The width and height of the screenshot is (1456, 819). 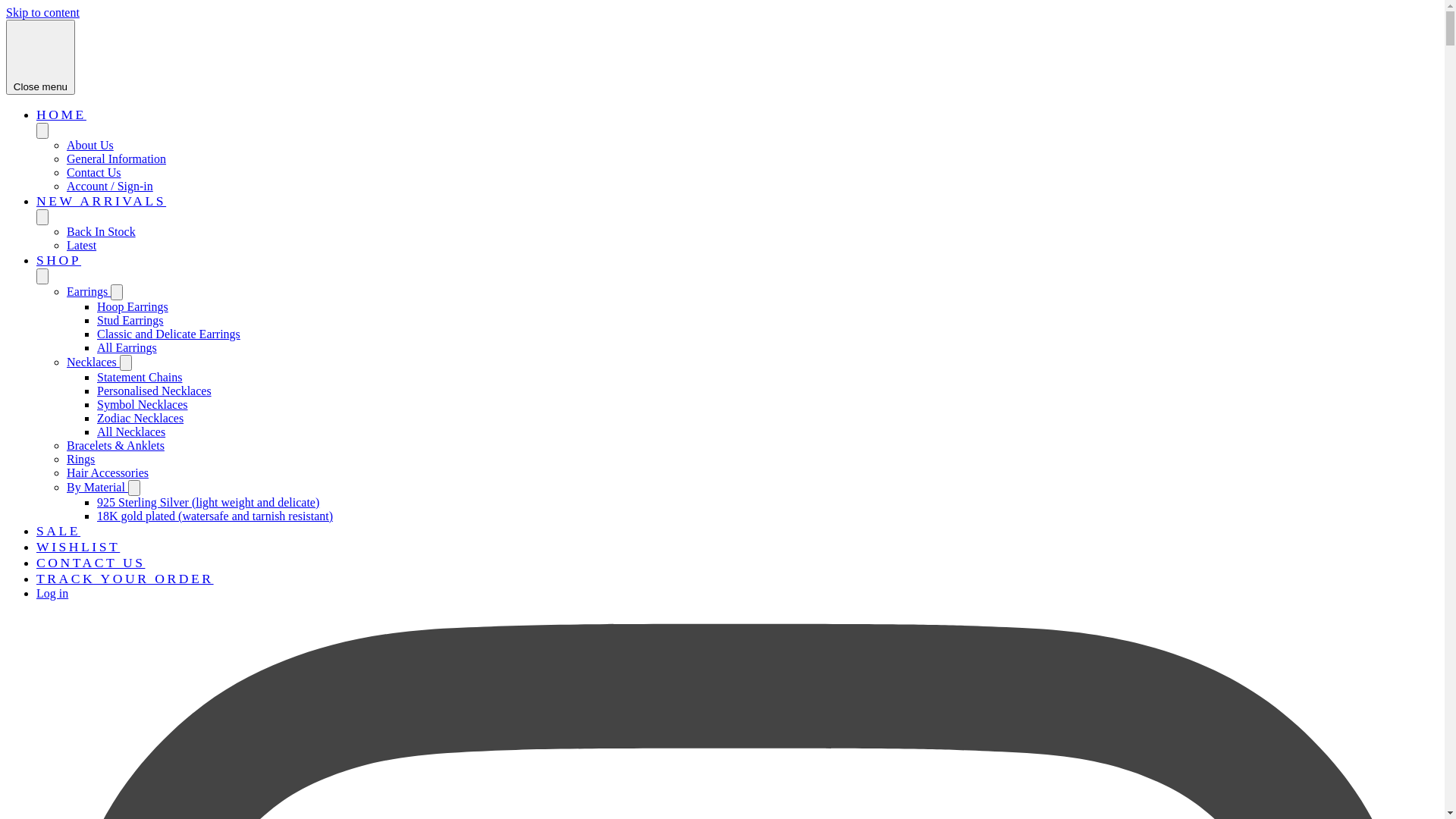 What do you see at coordinates (168, 333) in the screenshot?
I see `'Classic and Delicate Earrings'` at bounding box center [168, 333].